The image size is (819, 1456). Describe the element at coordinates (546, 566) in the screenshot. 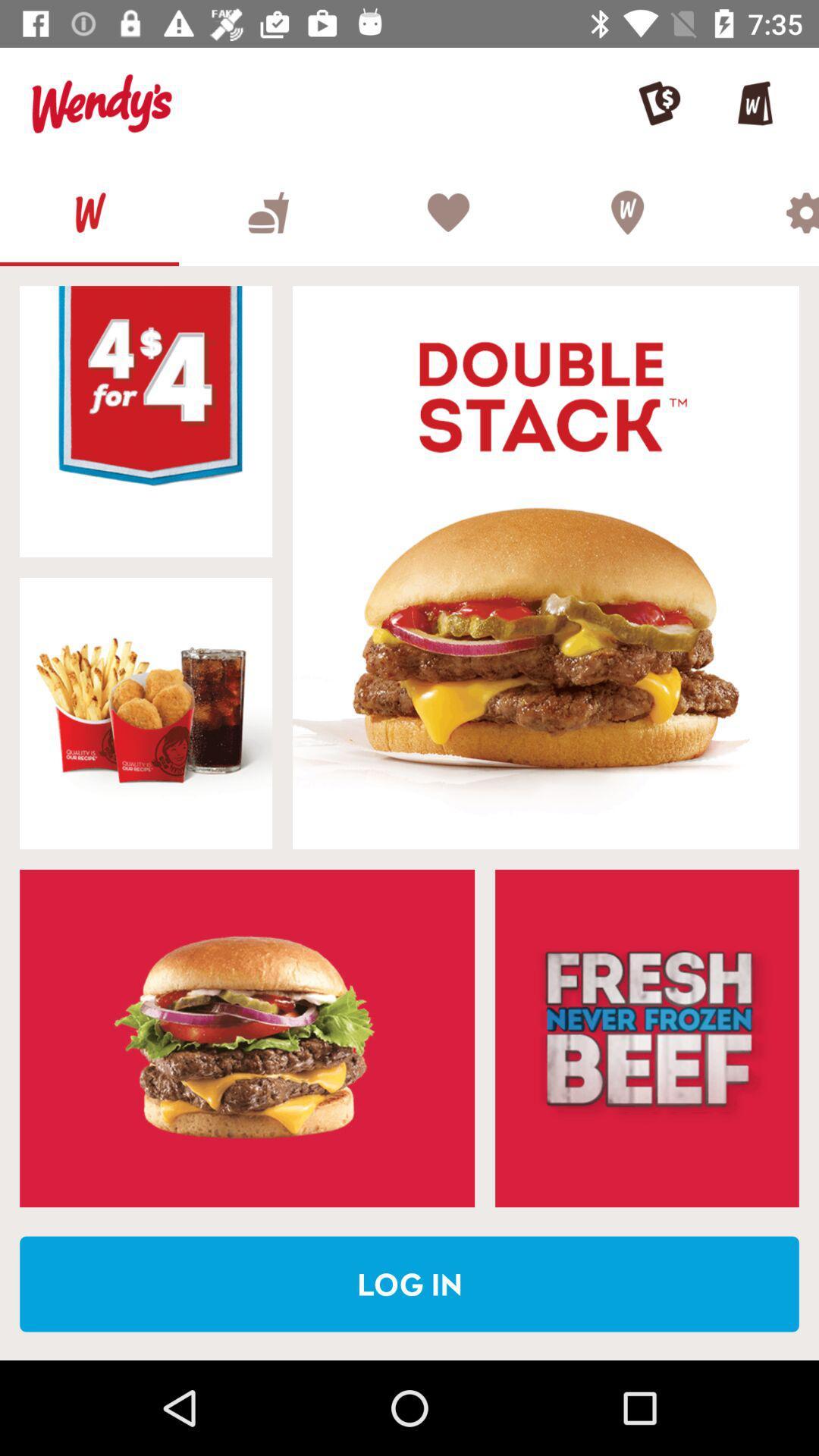

I see `food item` at that location.